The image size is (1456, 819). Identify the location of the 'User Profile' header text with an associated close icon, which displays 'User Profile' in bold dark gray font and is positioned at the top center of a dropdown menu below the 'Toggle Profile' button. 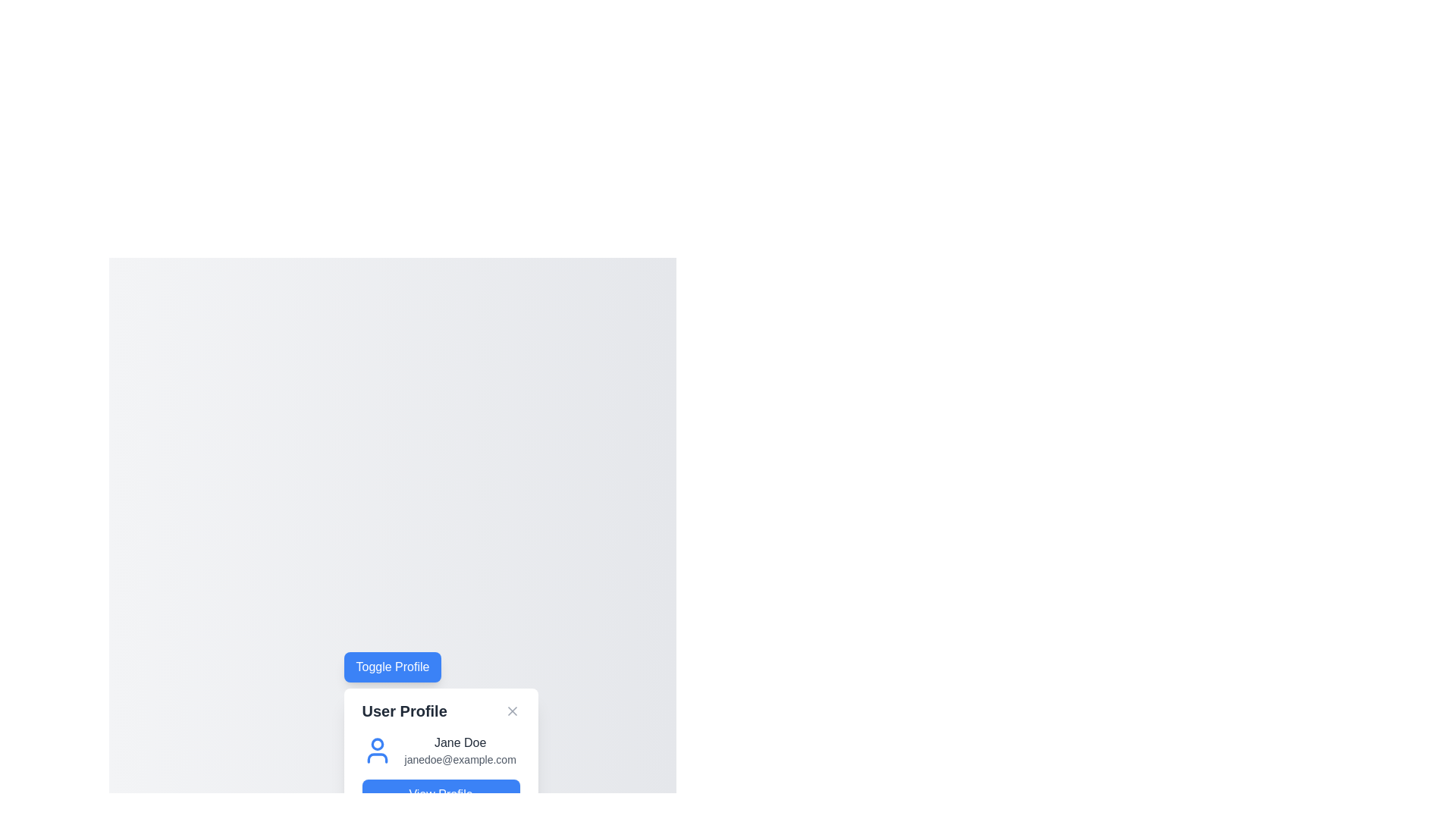
(440, 711).